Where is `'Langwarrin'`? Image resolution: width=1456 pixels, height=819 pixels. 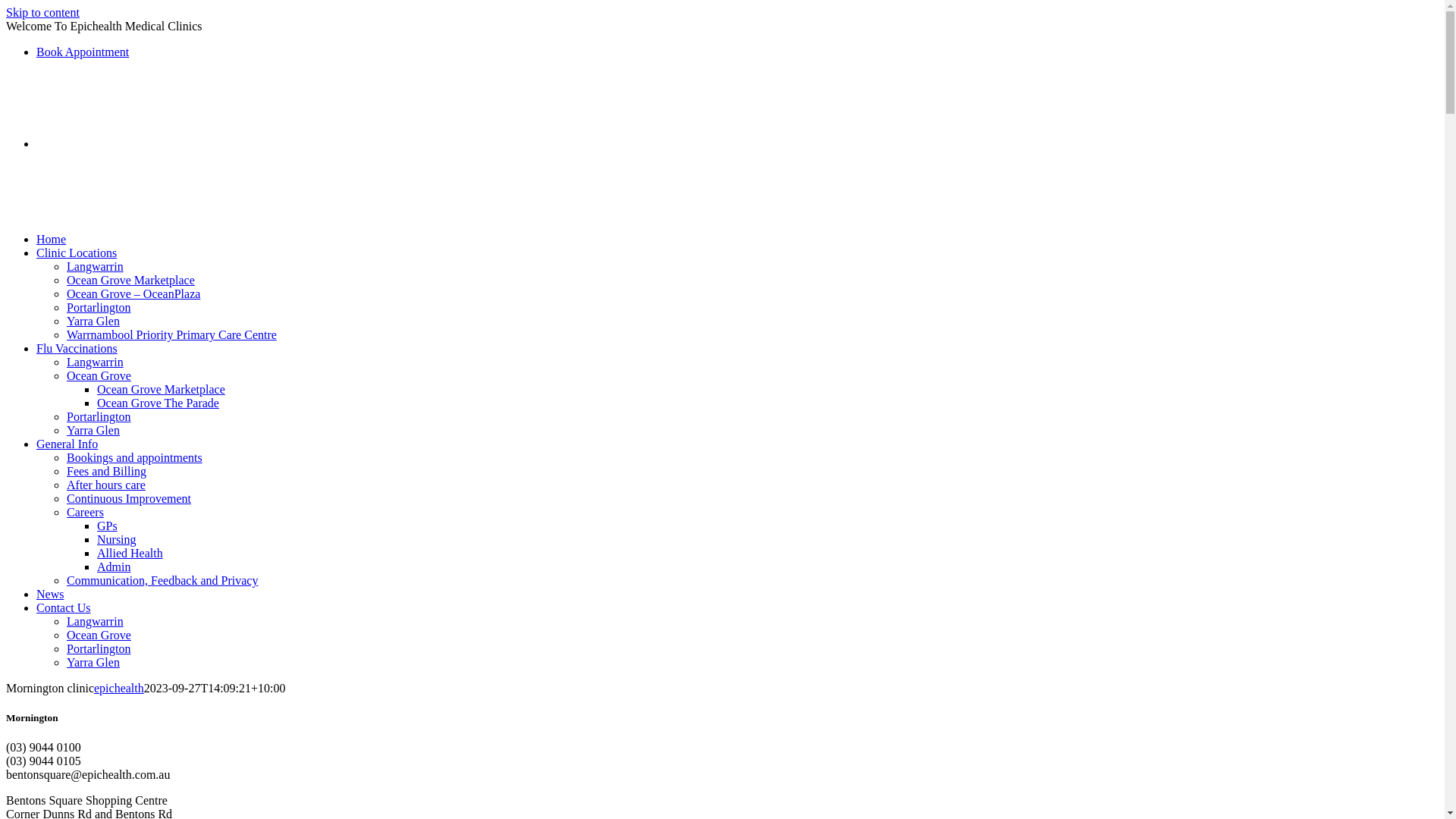 'Langwarrin' is located at coordinates (94, 265).